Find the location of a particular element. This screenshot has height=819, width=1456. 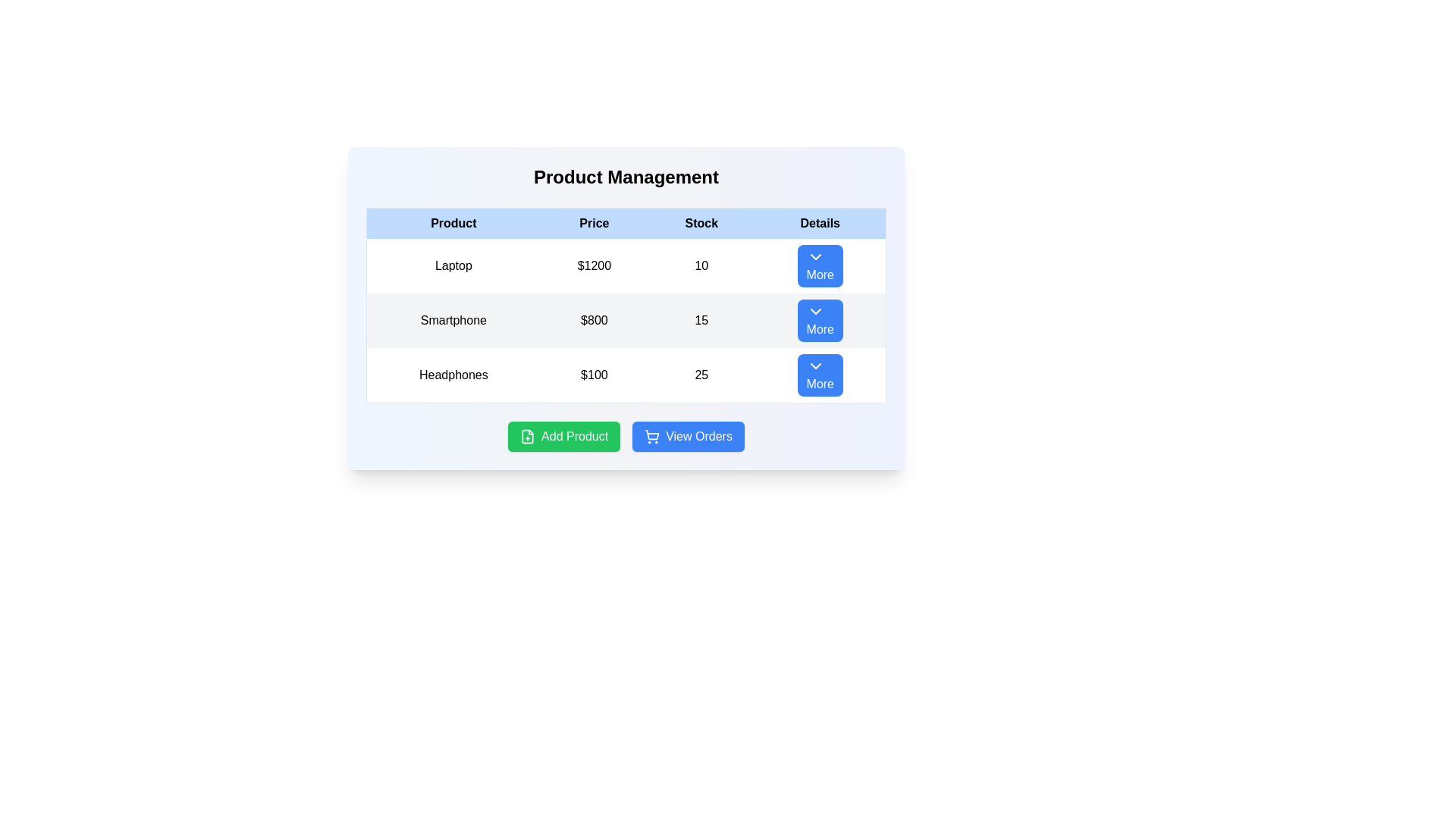

the static text label that indicates the product 'Smartphone' in the second row of the table's 'Product' column is located at coordinates (453, 320).